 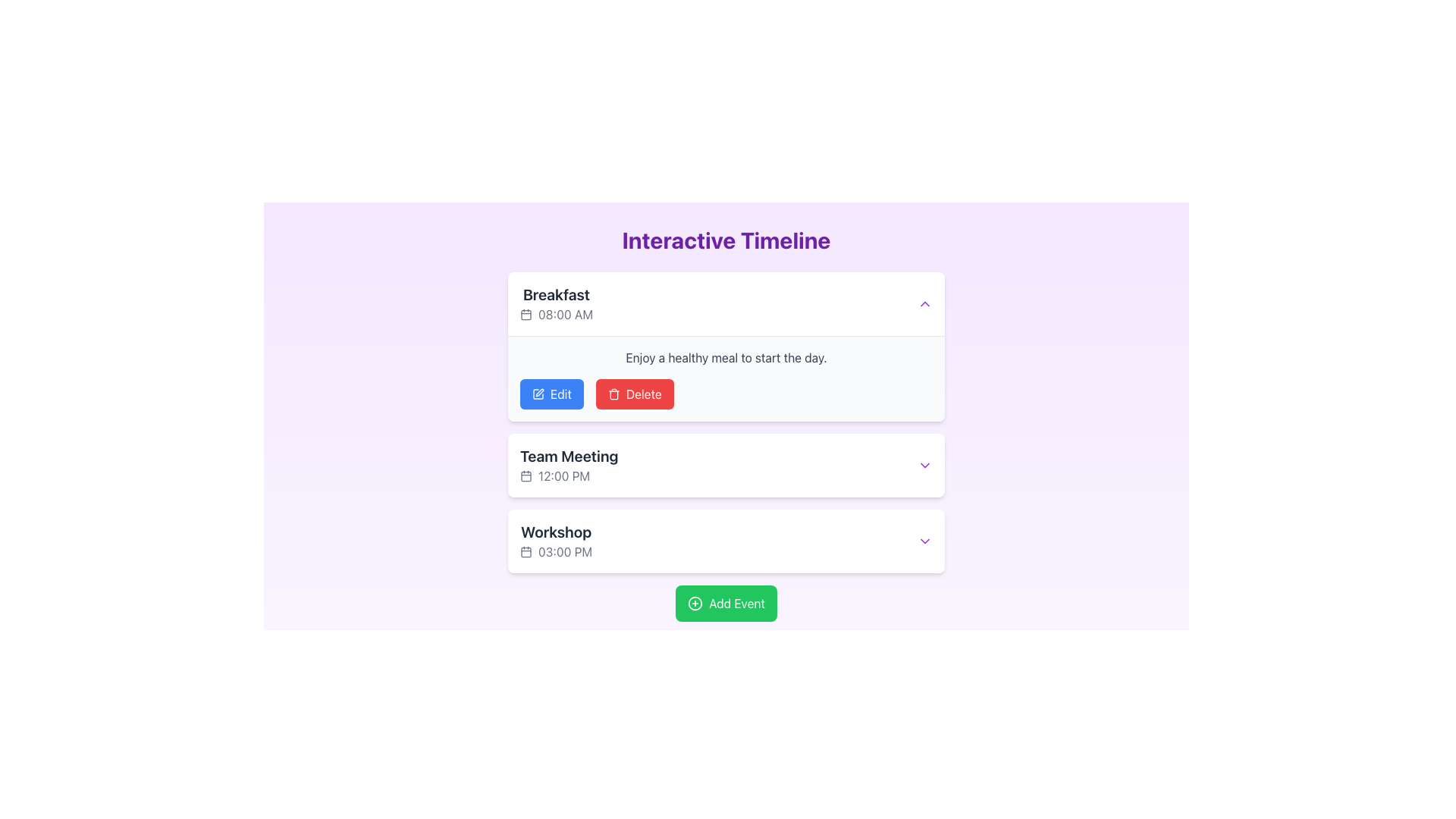 I want to click on the static label displaying the time '12:00 PM' in gray color, which is part of the 'Team Meeting' entry on the interactive timeline, so click(x=568, y=475).